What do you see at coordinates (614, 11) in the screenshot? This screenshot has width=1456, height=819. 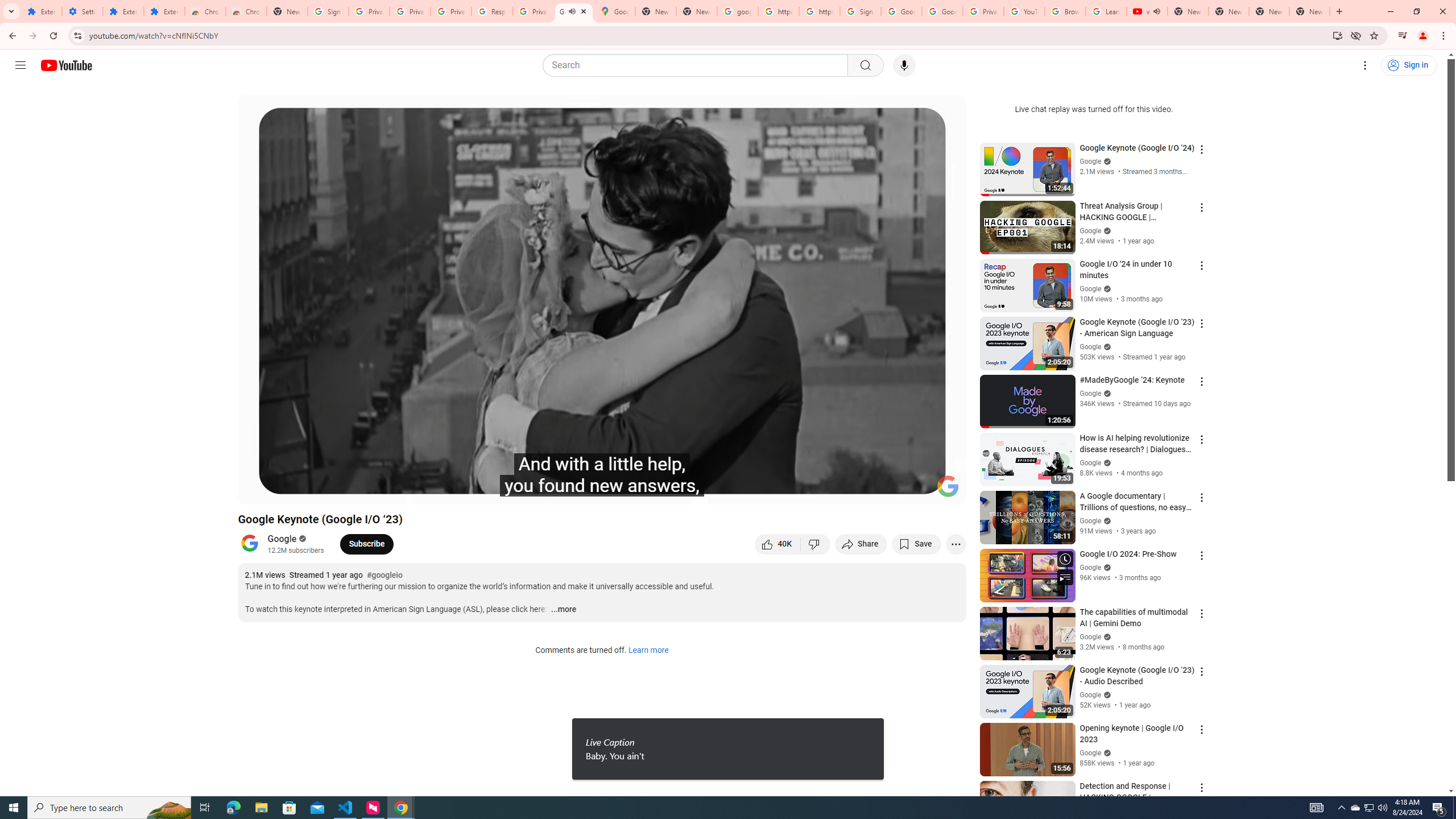 I see `'Google Maps'` at bounding box center [614, 11].